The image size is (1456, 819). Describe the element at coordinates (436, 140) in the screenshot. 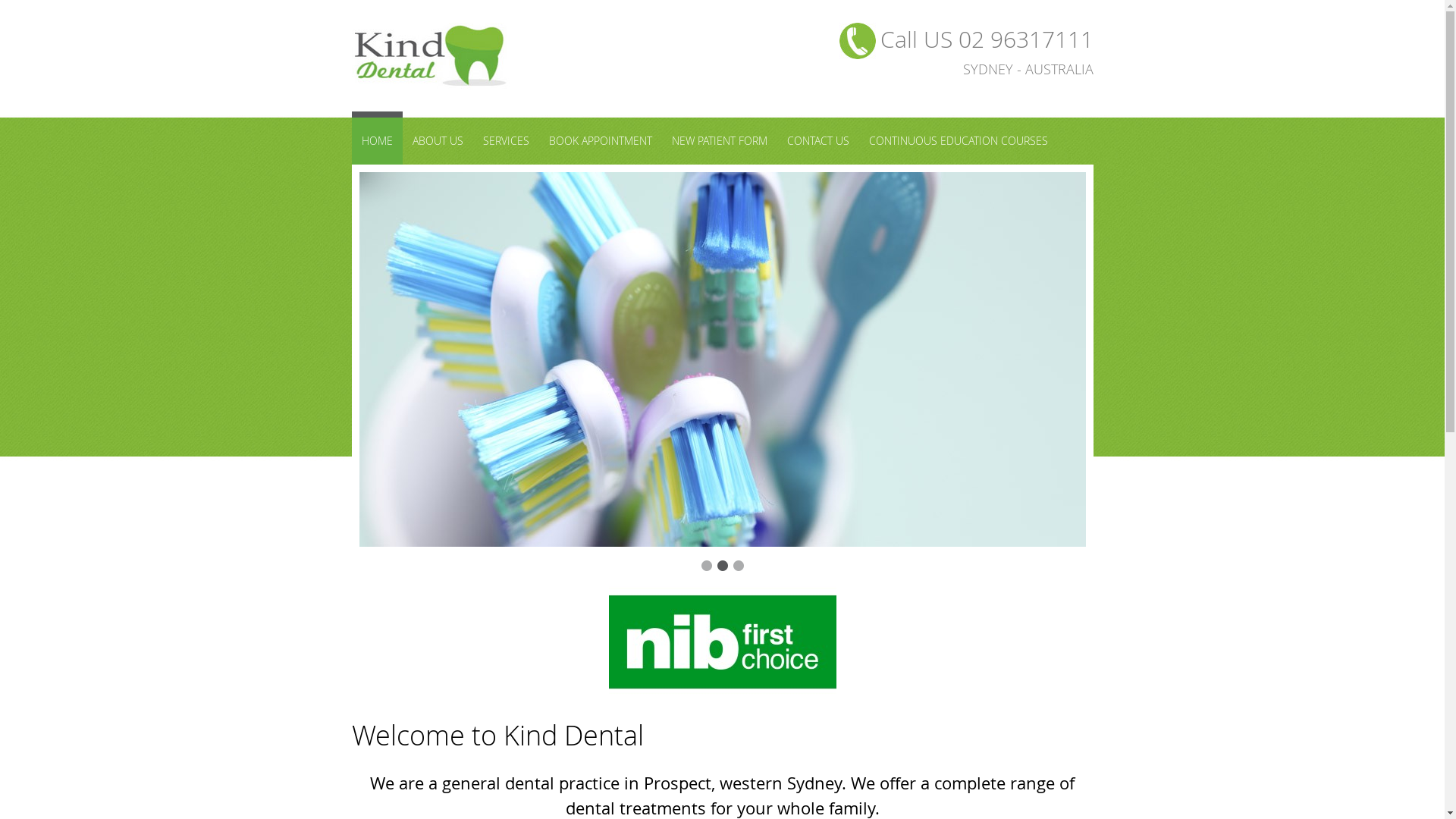

I see `'ABOUT US'` at that location.